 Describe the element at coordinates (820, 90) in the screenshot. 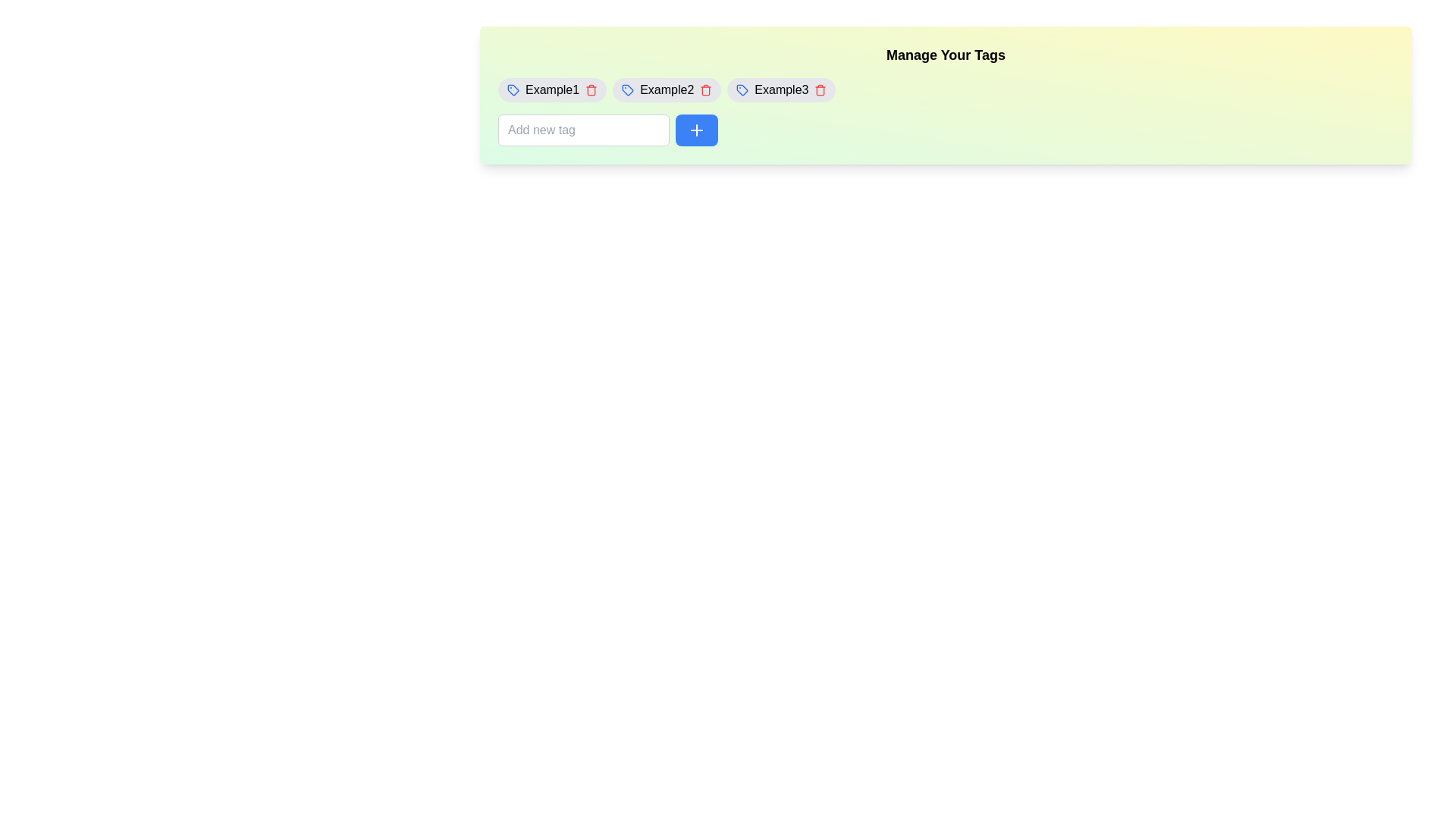

I see `the red trash bin icon, the third icon from the left in the row associated with the tag 'Example3'` at that location.